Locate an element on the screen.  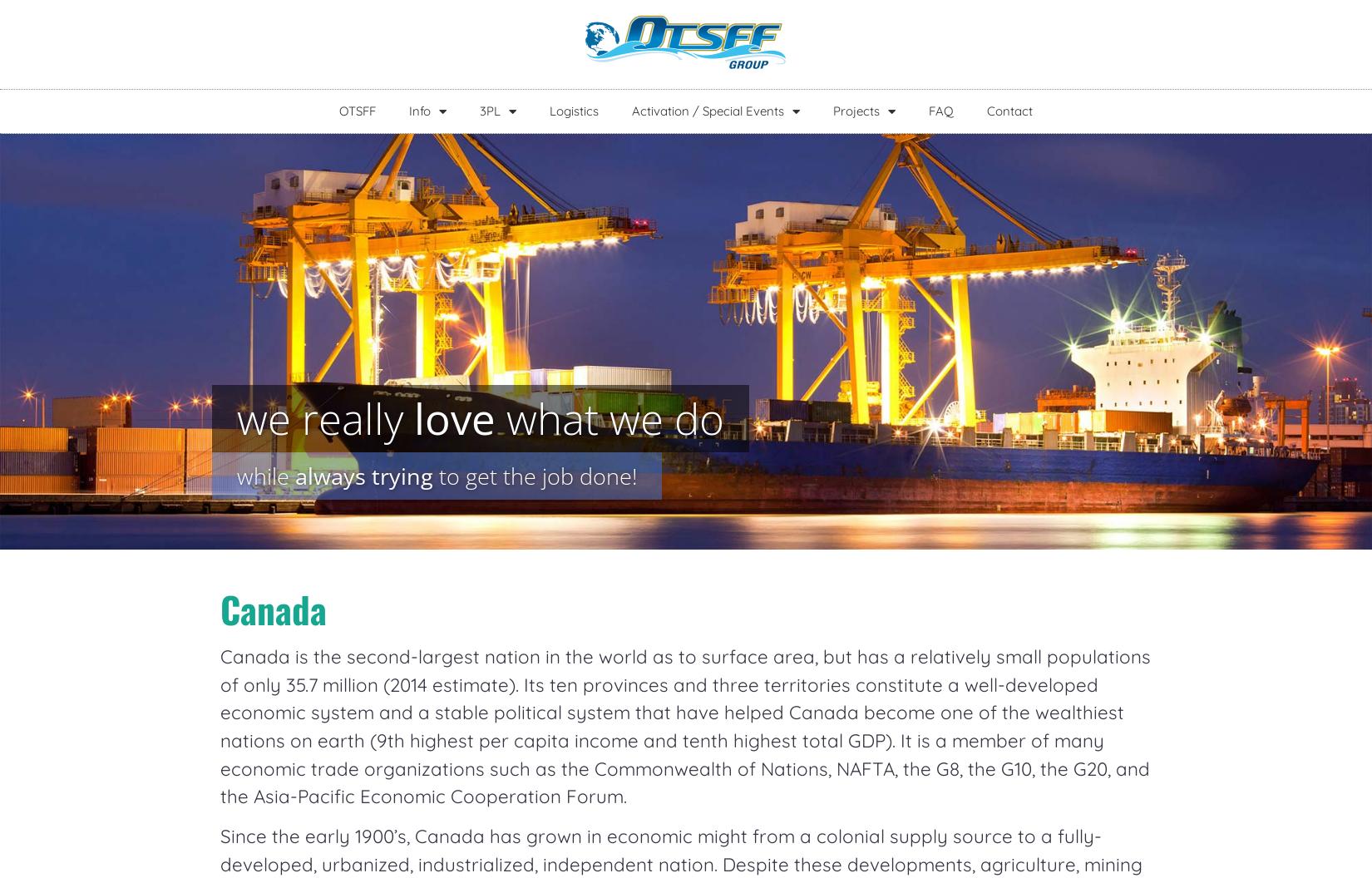
'Activation / Special Events' is located at coordinates (708, 111).